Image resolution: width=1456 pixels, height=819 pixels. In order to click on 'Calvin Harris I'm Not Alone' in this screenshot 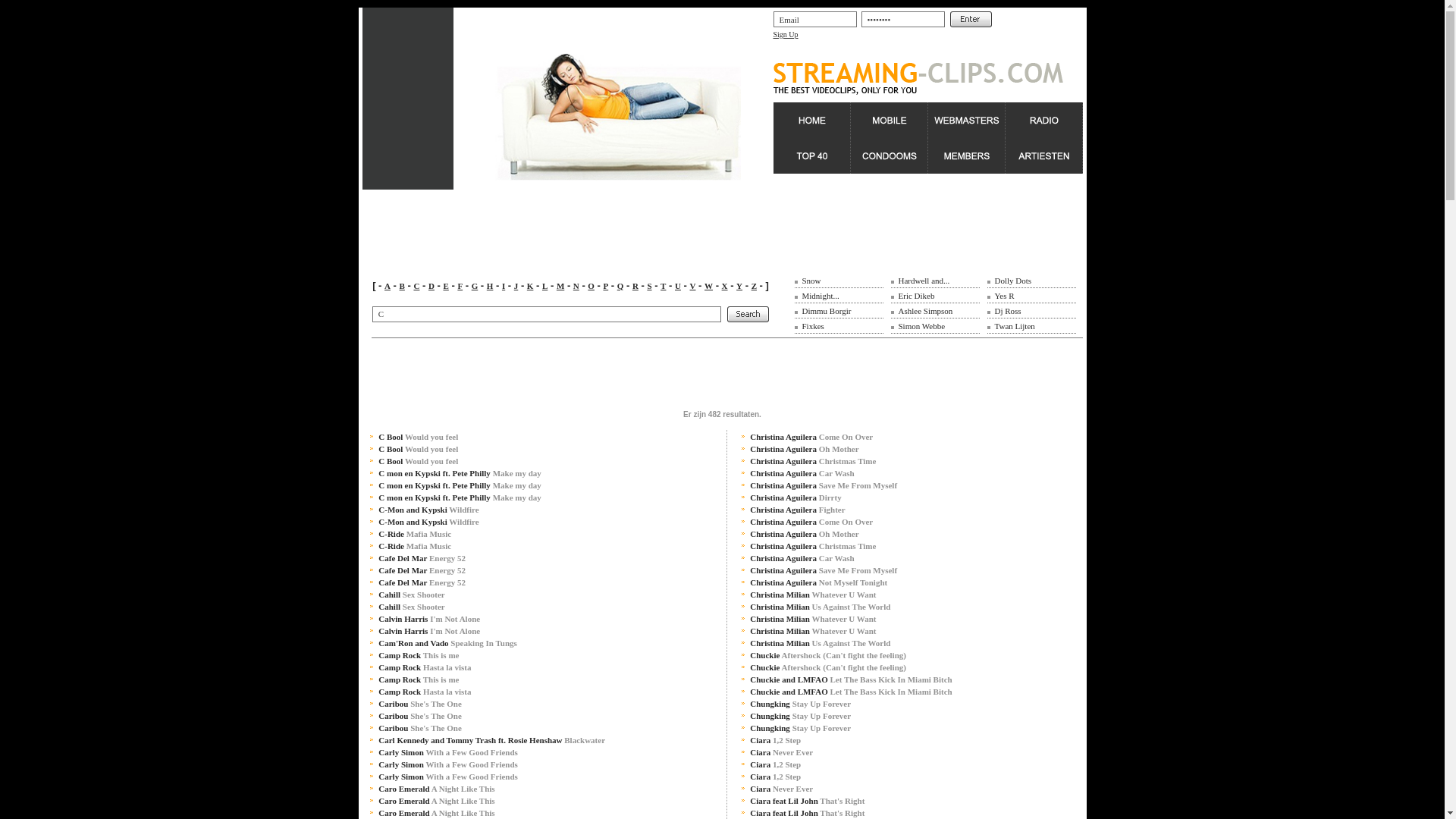, I will do `click(428, 619)`.